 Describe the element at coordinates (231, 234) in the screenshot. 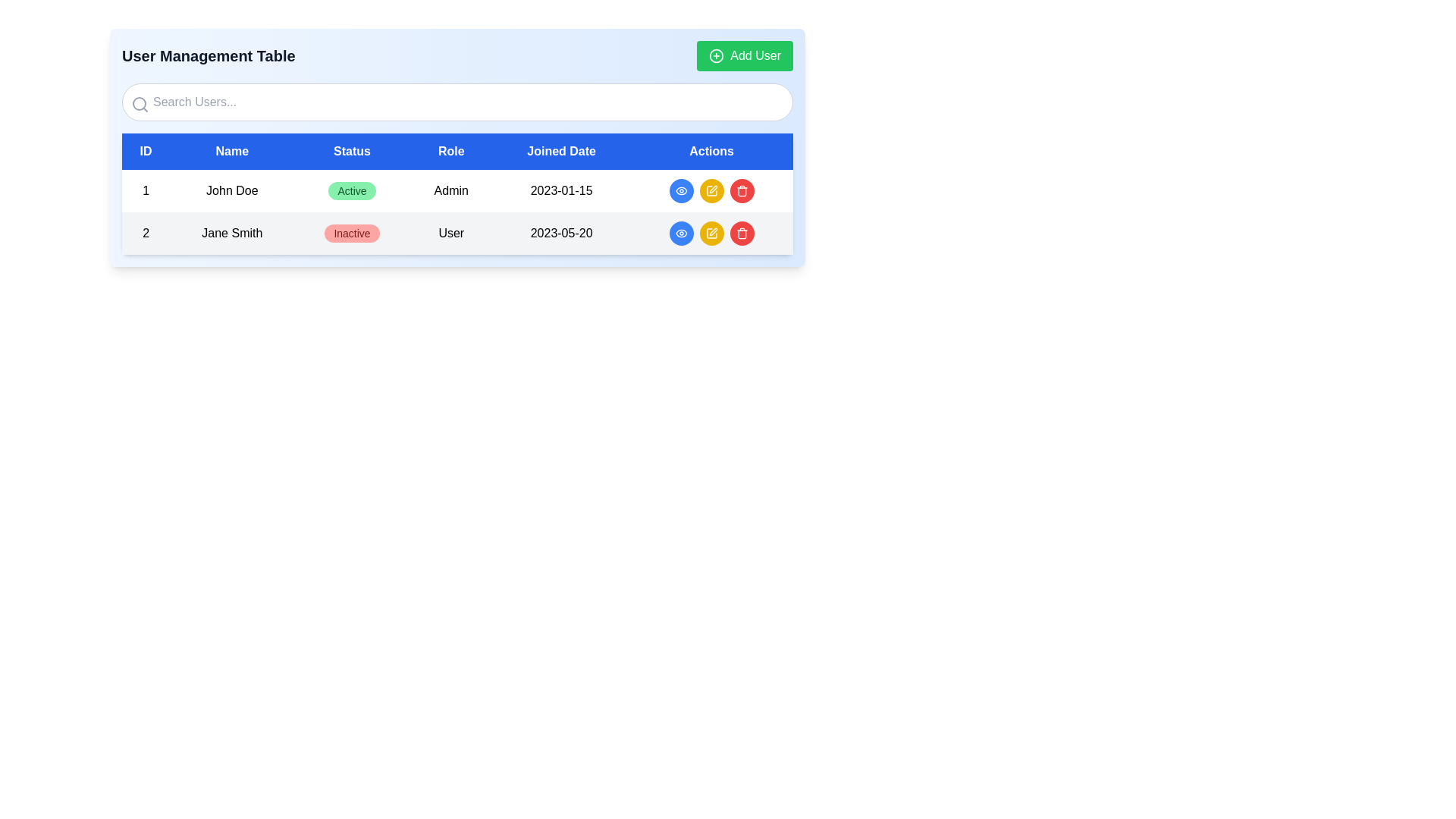

I see `the Text Label that identifies the name of the user in the second row of the user management table, located between the number '2' and the 'Status' column displaying 'Inactive'` at that location.